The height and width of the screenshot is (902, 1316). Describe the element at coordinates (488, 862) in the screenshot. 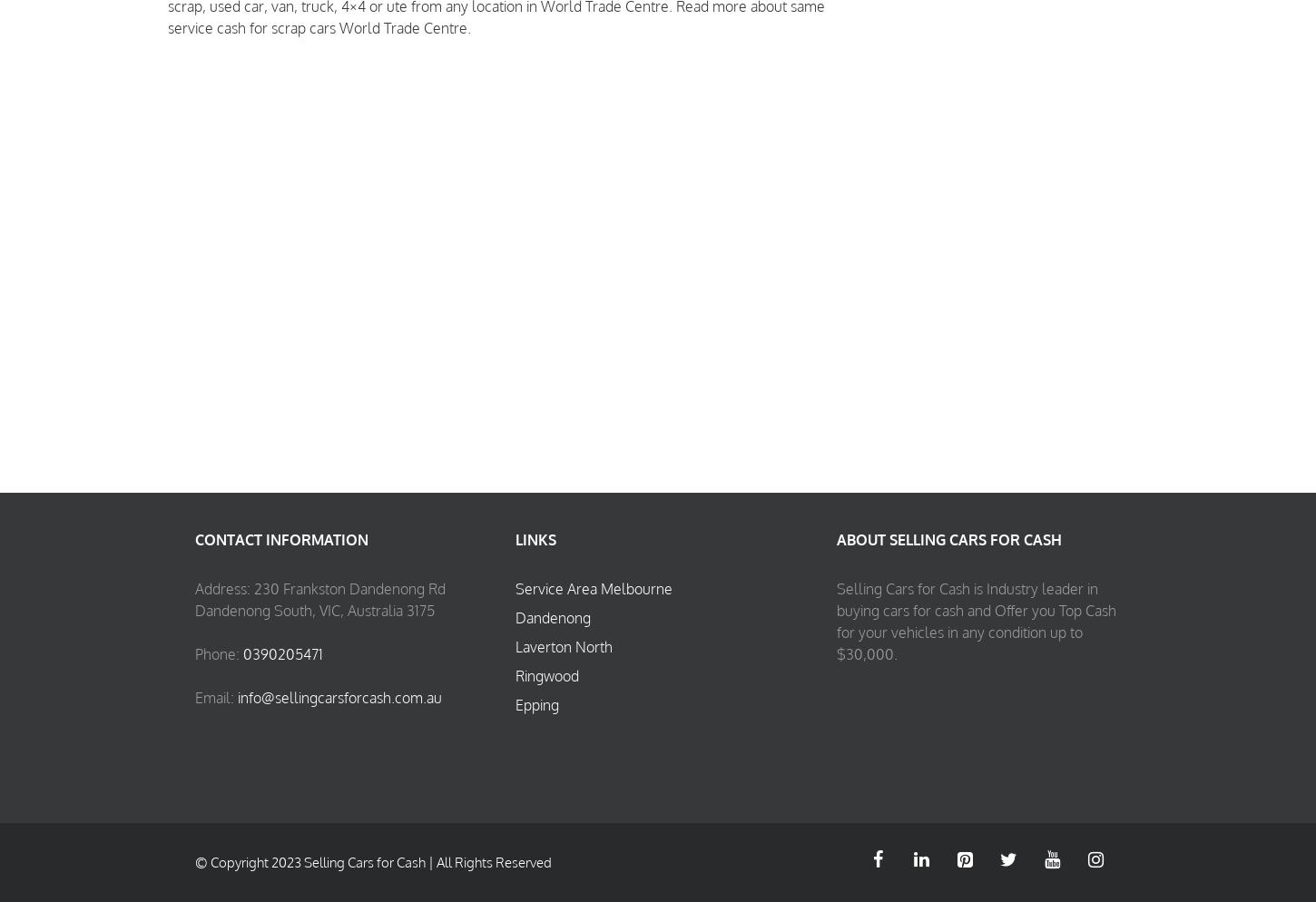

I see `'| All Rights Reserved'` at that location.